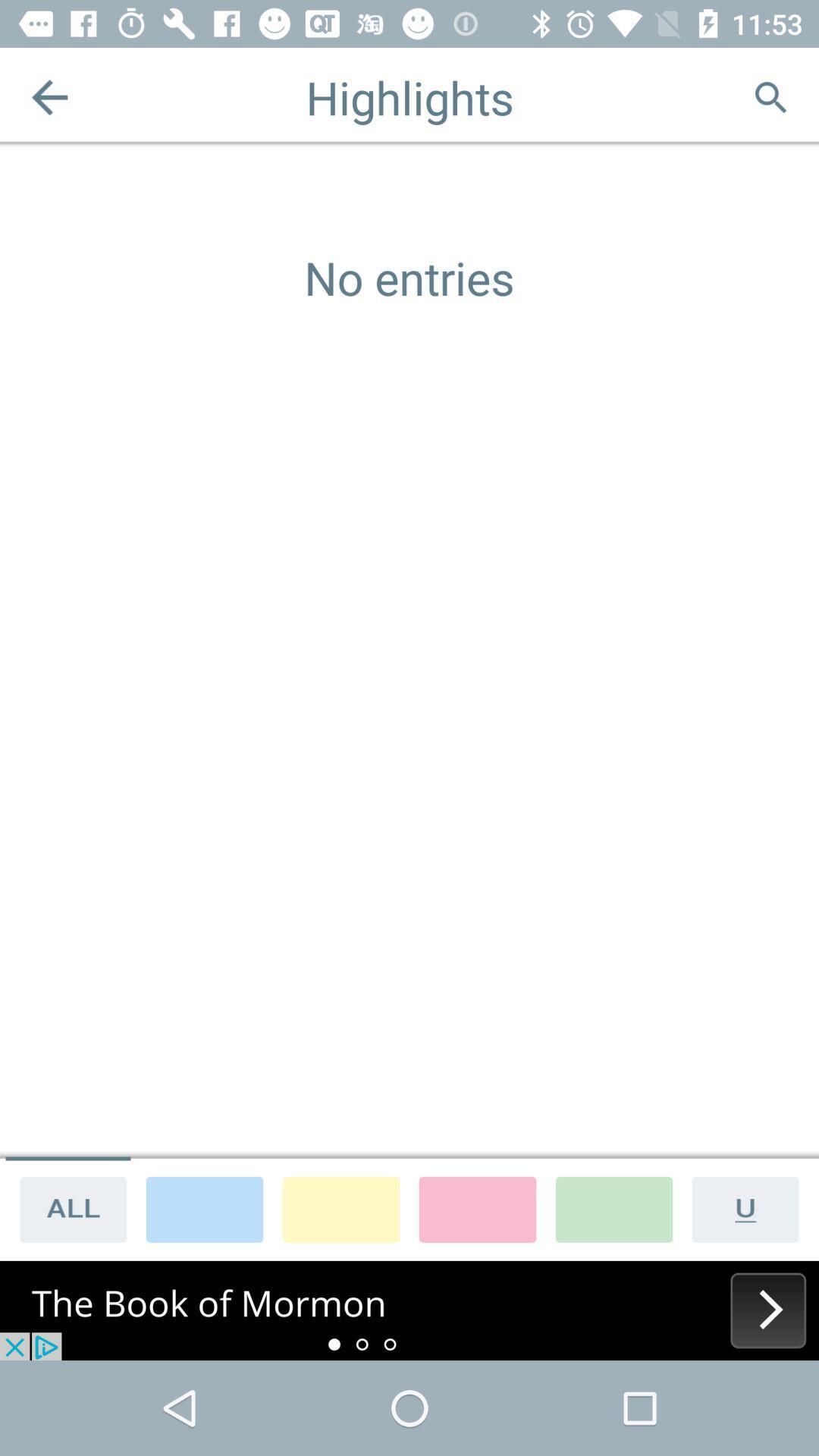 The height and width of the screenshot is (1456, 819). What do you see at coordinates (409, 1310) in the screenshot?
I see `its an advertisement` at bounding box center [409, 1310].